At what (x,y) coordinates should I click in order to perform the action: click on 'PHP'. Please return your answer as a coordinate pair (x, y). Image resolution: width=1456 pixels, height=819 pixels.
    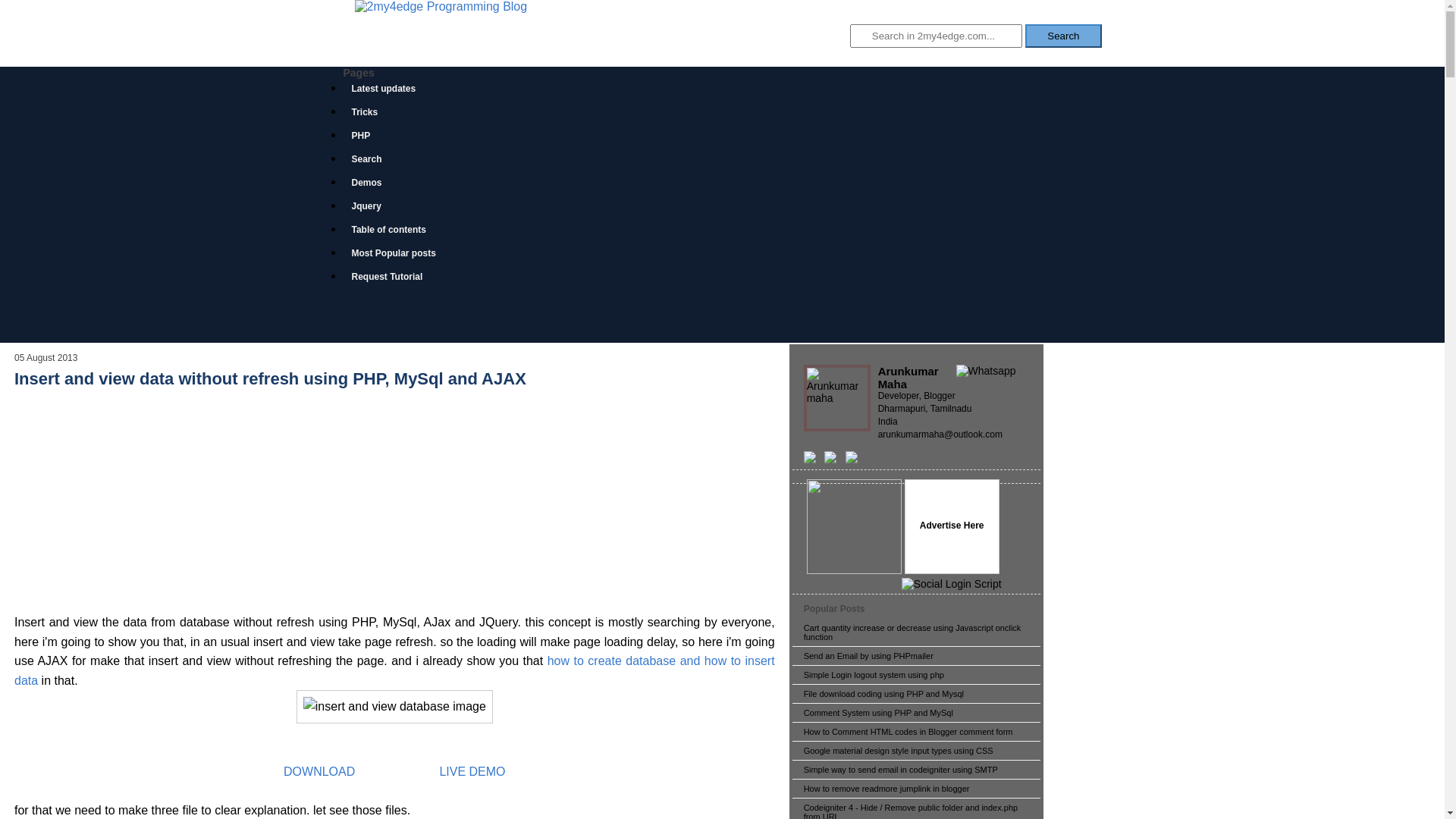
    Looking at the image, I should click on (367, 137).